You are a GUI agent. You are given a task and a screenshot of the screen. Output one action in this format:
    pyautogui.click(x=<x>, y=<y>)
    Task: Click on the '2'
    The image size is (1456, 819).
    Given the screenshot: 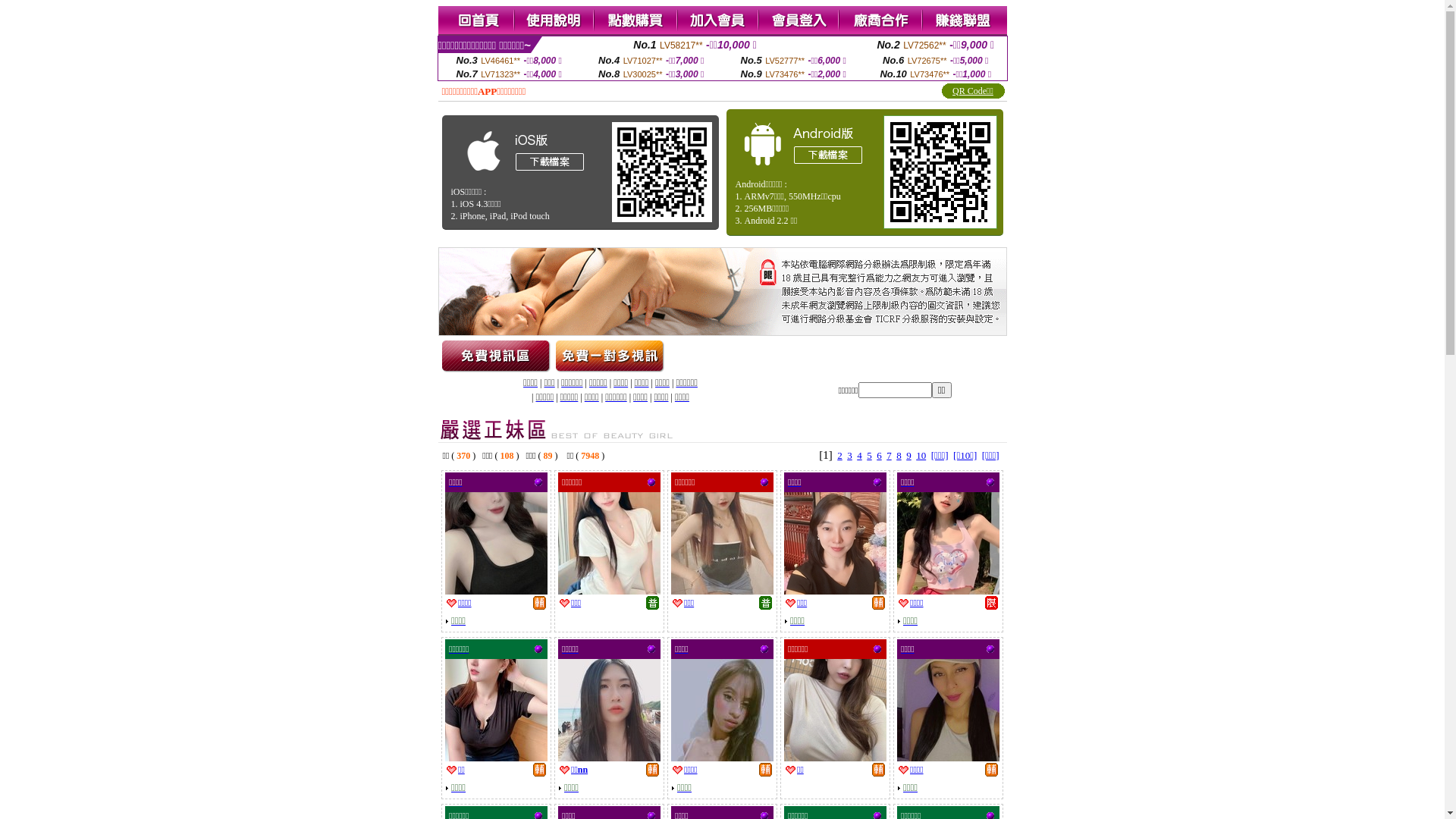 What is the action you would take?
    pyautogui.click(x=839, y=454)
    